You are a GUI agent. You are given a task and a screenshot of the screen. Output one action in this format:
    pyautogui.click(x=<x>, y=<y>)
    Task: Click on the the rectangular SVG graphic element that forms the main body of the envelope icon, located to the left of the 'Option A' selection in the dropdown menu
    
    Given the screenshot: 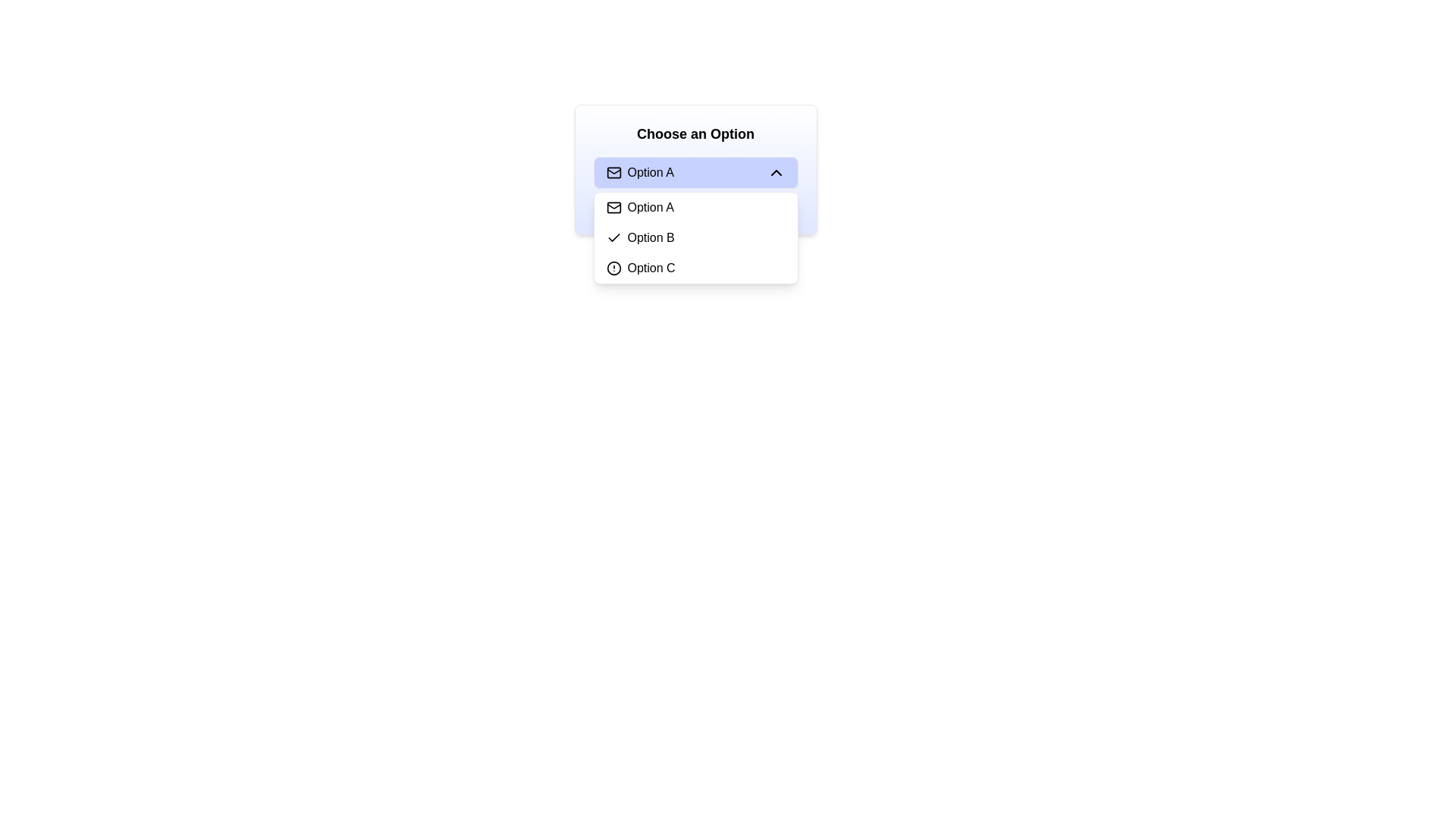 What is the action you would take?
    pyautogui.click(x=613, y=207)
    